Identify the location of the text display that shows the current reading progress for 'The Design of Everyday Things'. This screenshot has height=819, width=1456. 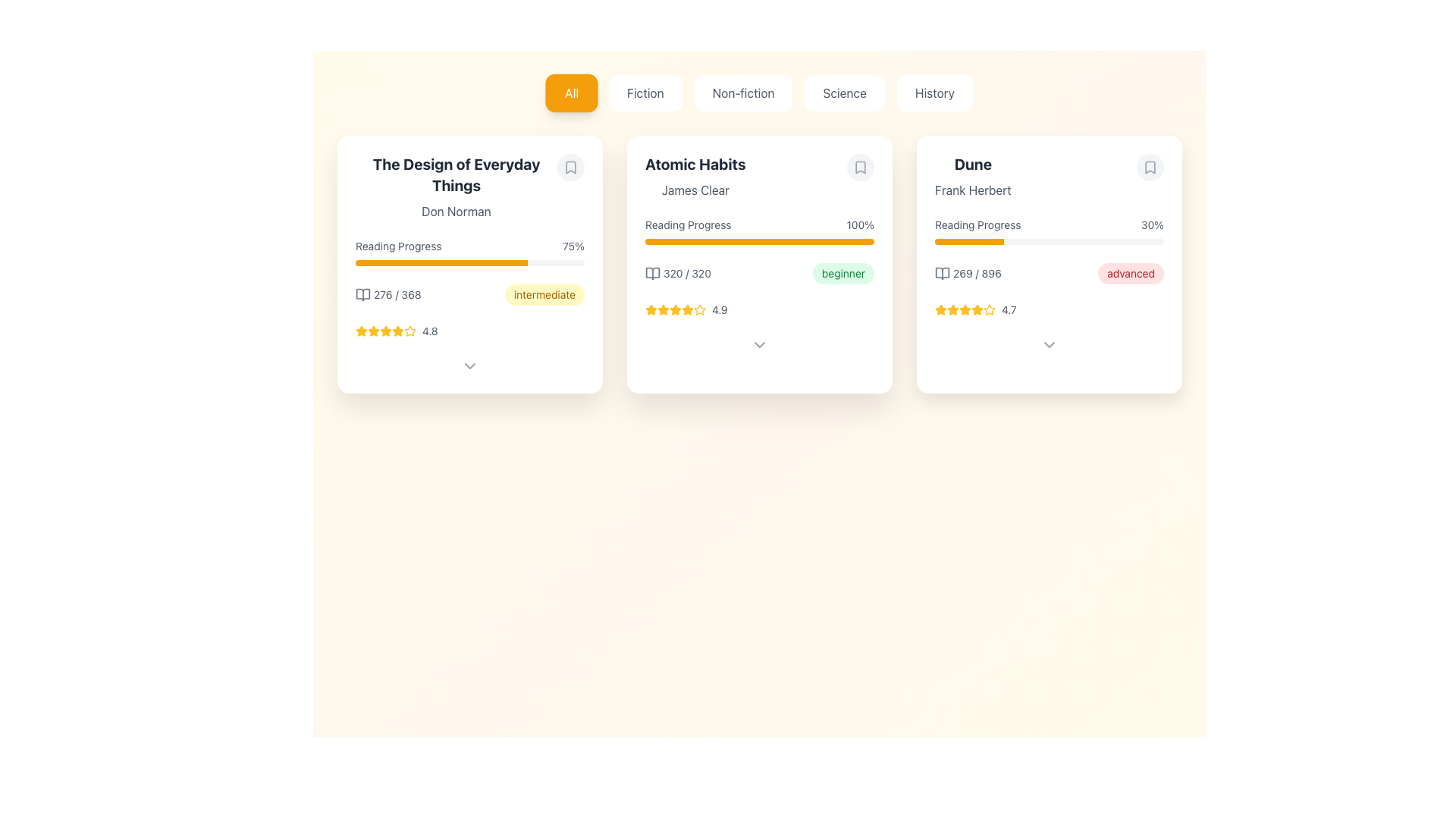
(397, 295).